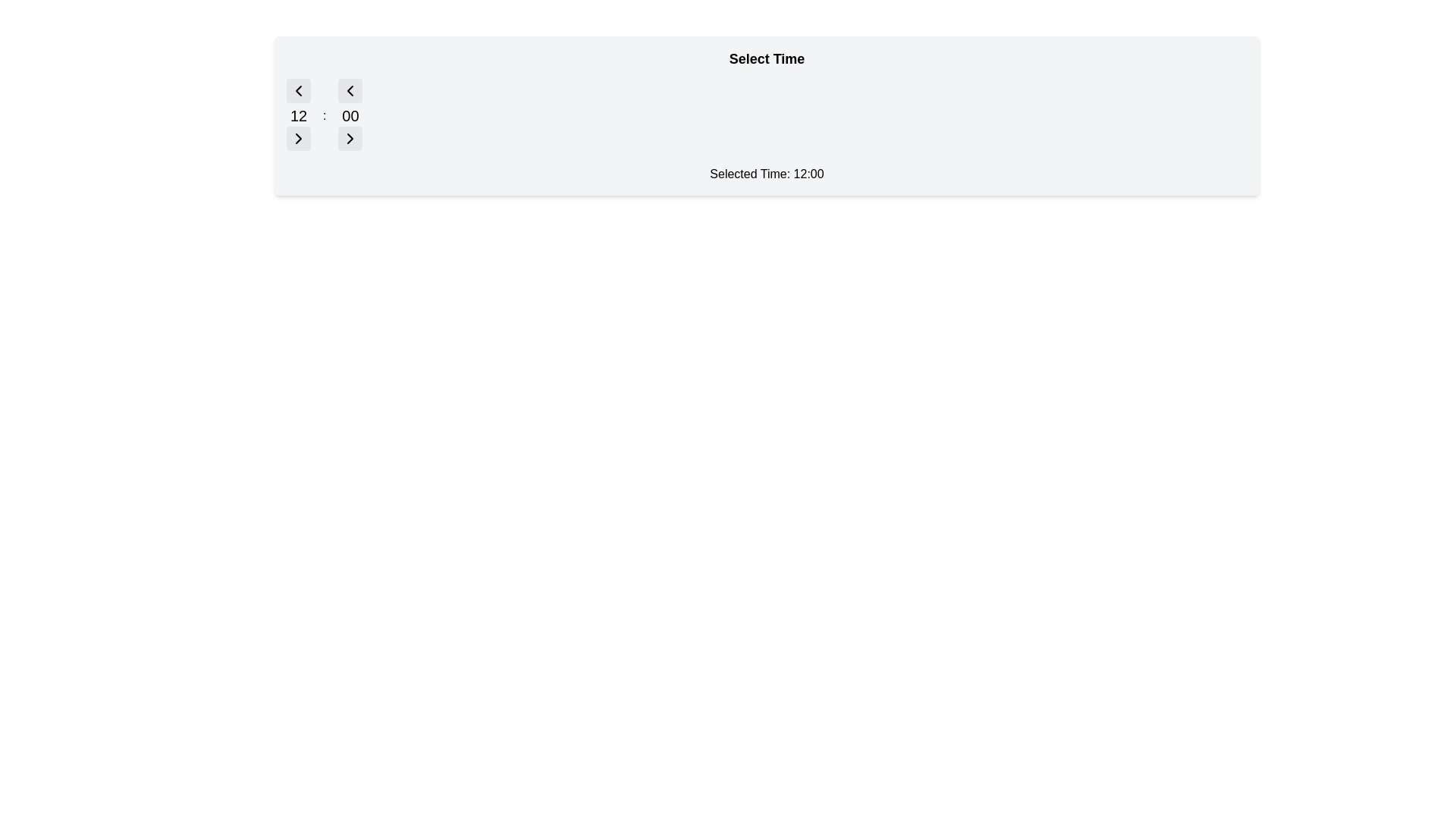  Describe the element at coordinates (298, 138) in the screenshot. I see `the rounded button with a light gray background and a right-facing chevron icon to decrease the hour, located below the '12' hour text and above the 'Increase Hour' button` at that location.